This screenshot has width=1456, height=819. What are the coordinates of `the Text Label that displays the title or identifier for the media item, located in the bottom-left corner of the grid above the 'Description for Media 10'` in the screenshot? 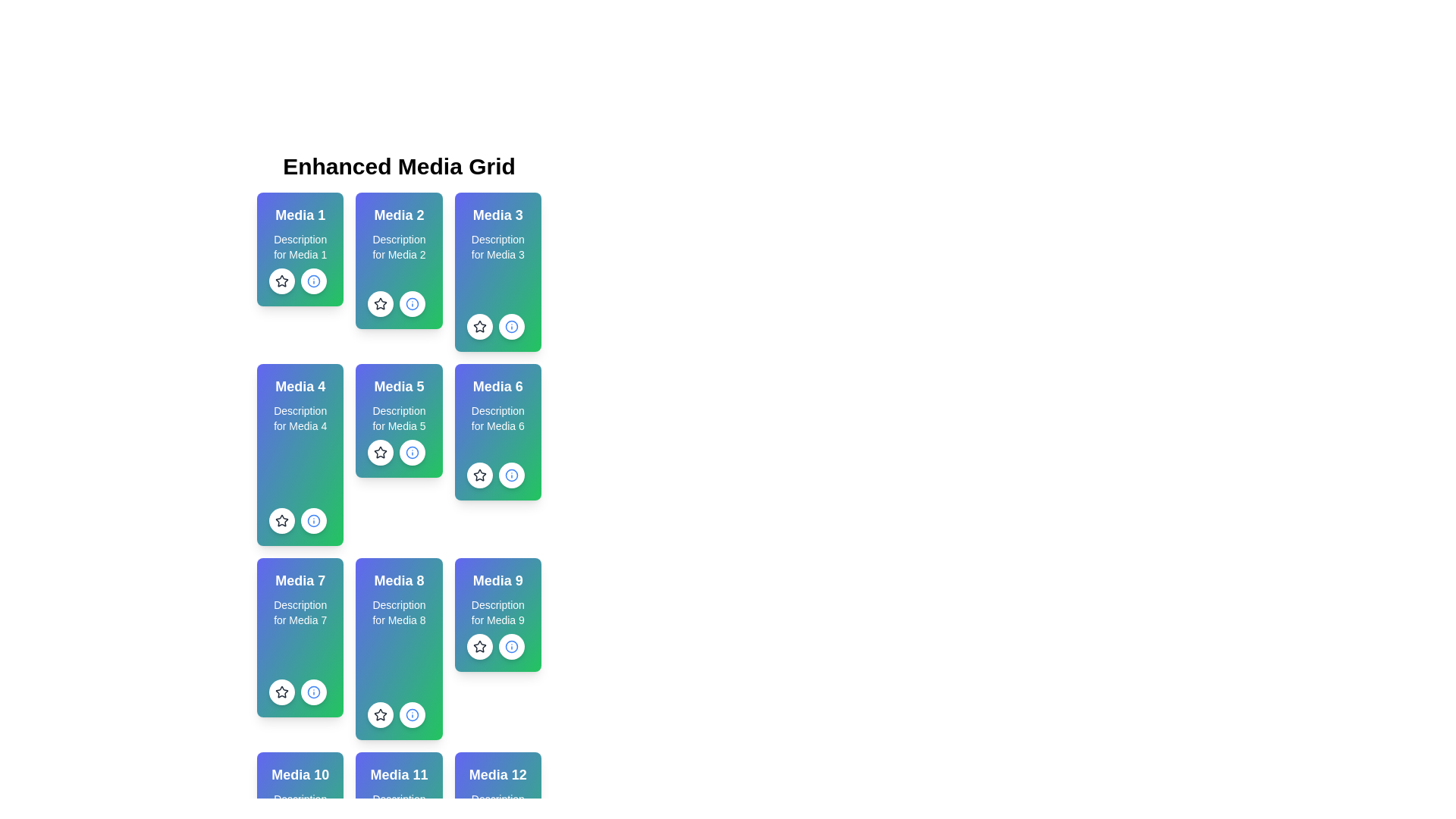 It's located at (300, 775).